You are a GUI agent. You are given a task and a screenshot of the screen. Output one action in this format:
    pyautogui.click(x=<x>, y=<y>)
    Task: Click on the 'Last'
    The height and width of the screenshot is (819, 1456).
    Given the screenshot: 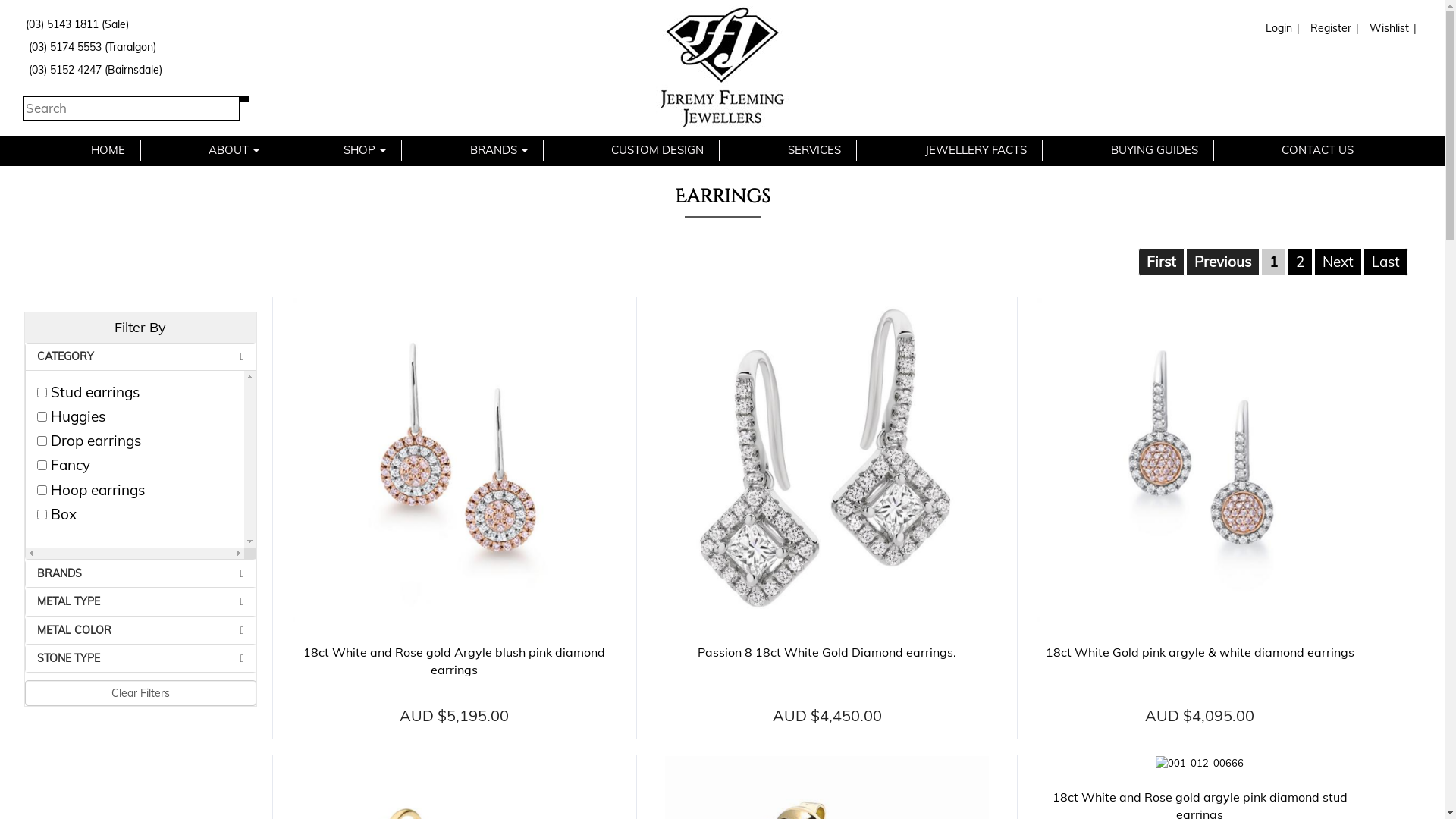 What is the action you would take?
    pyautogui.click(x=1385, y=260)
    